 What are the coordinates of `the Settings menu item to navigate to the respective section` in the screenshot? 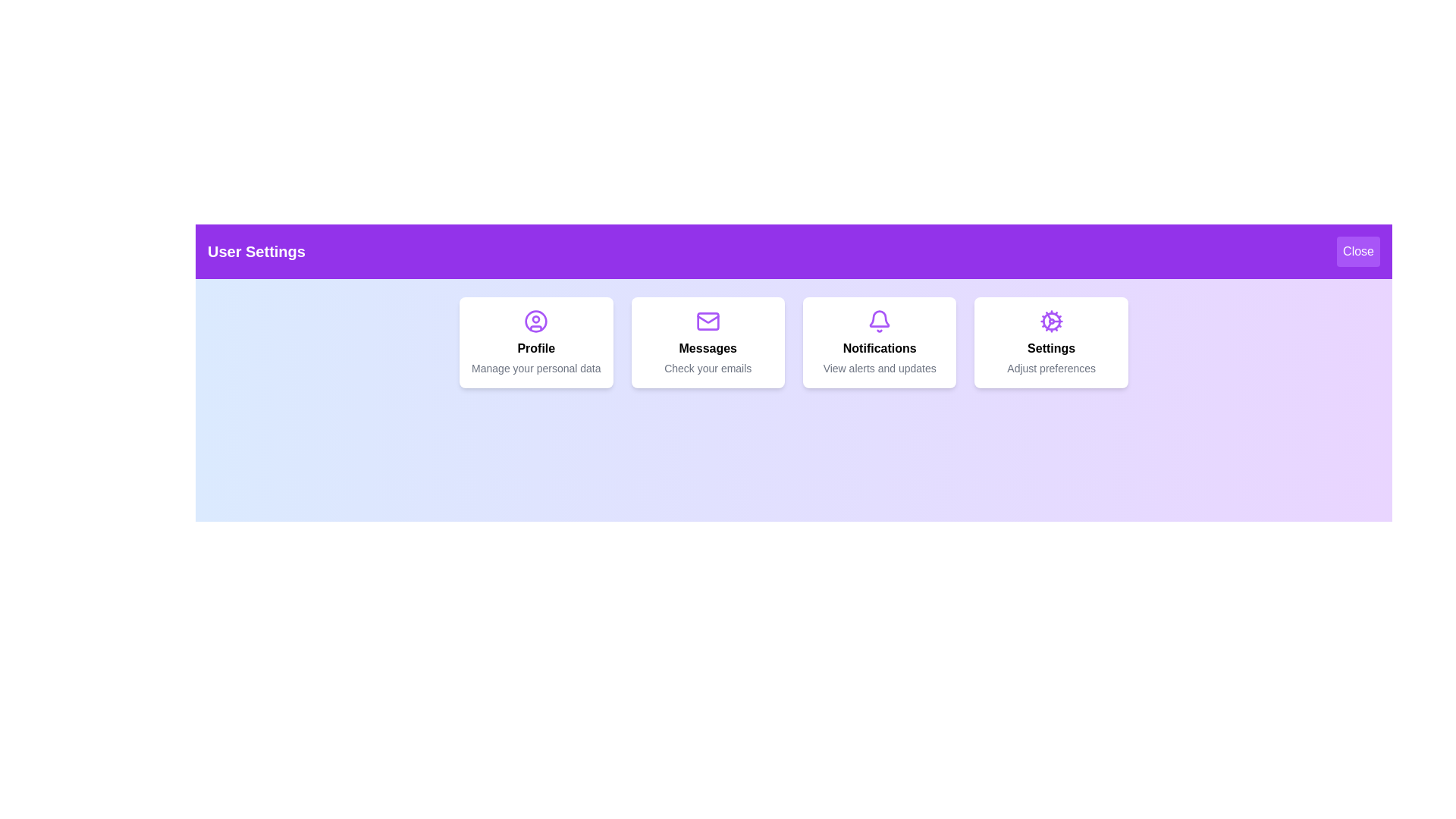 It's located at (1050, 342).